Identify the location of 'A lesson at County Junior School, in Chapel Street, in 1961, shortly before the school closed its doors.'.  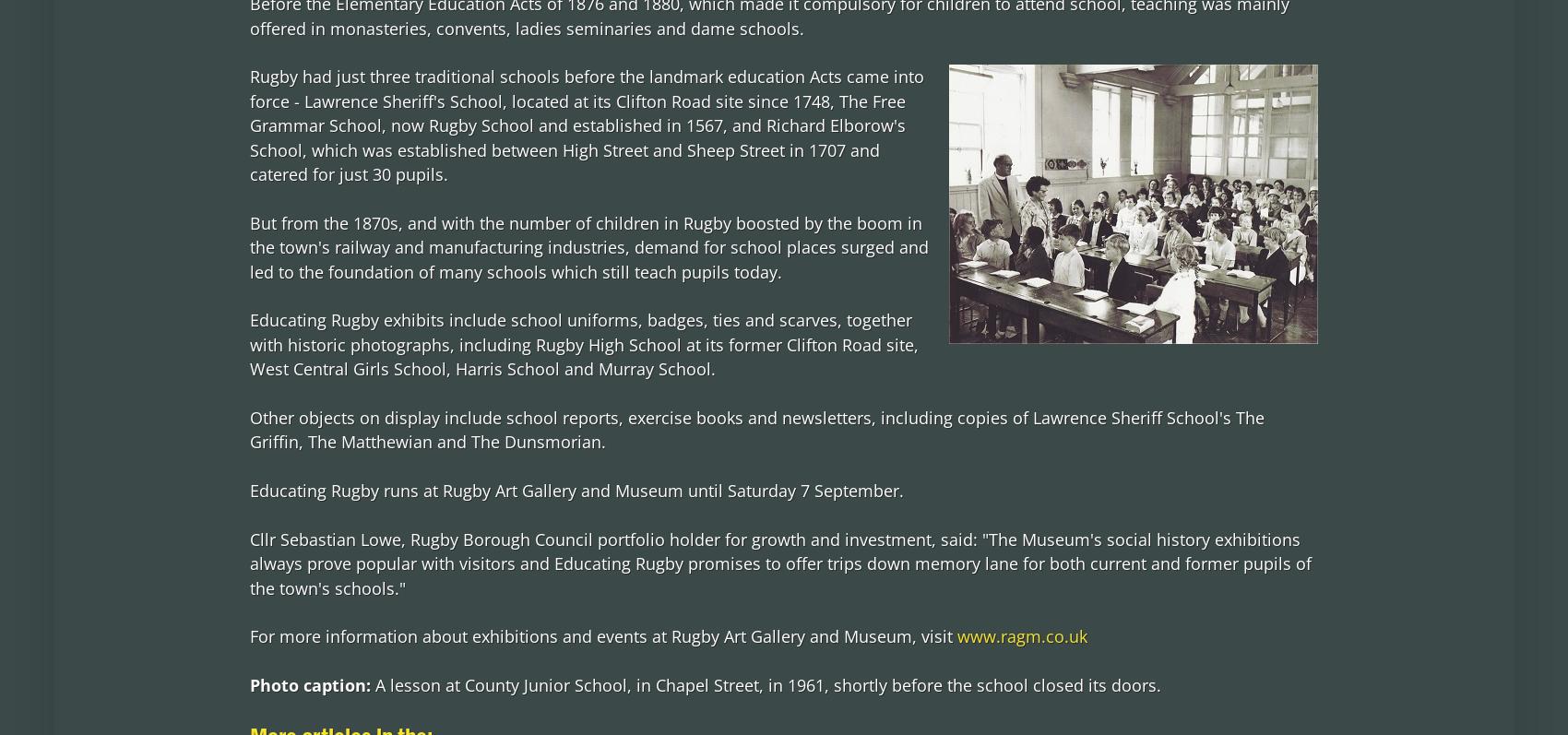
(766, 683).